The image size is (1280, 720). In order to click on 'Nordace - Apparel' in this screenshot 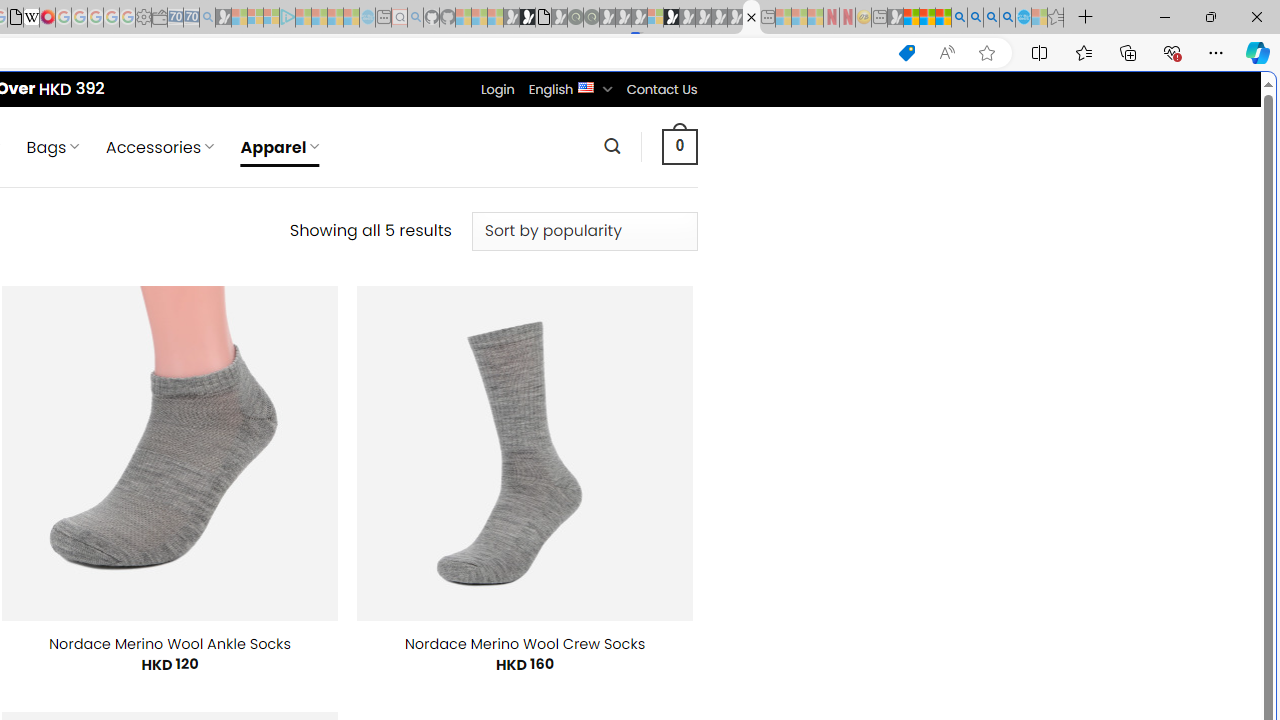, I will do `click(750, 17)`.